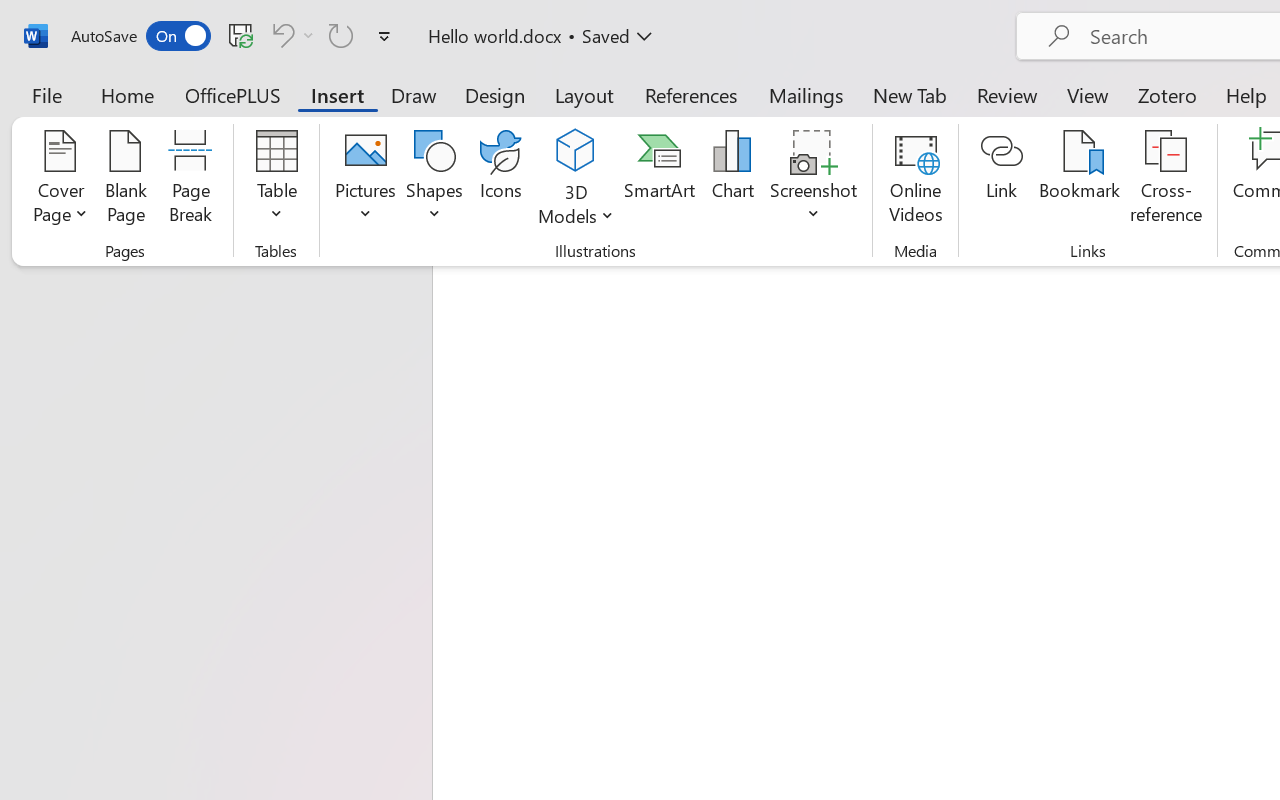 Image resolution: width=1280 pixels, height=800 pixels. What do you see at coordinates (909, 94) in the screenshot?
I see `'New Tab'` at bounding box center [909, 94].